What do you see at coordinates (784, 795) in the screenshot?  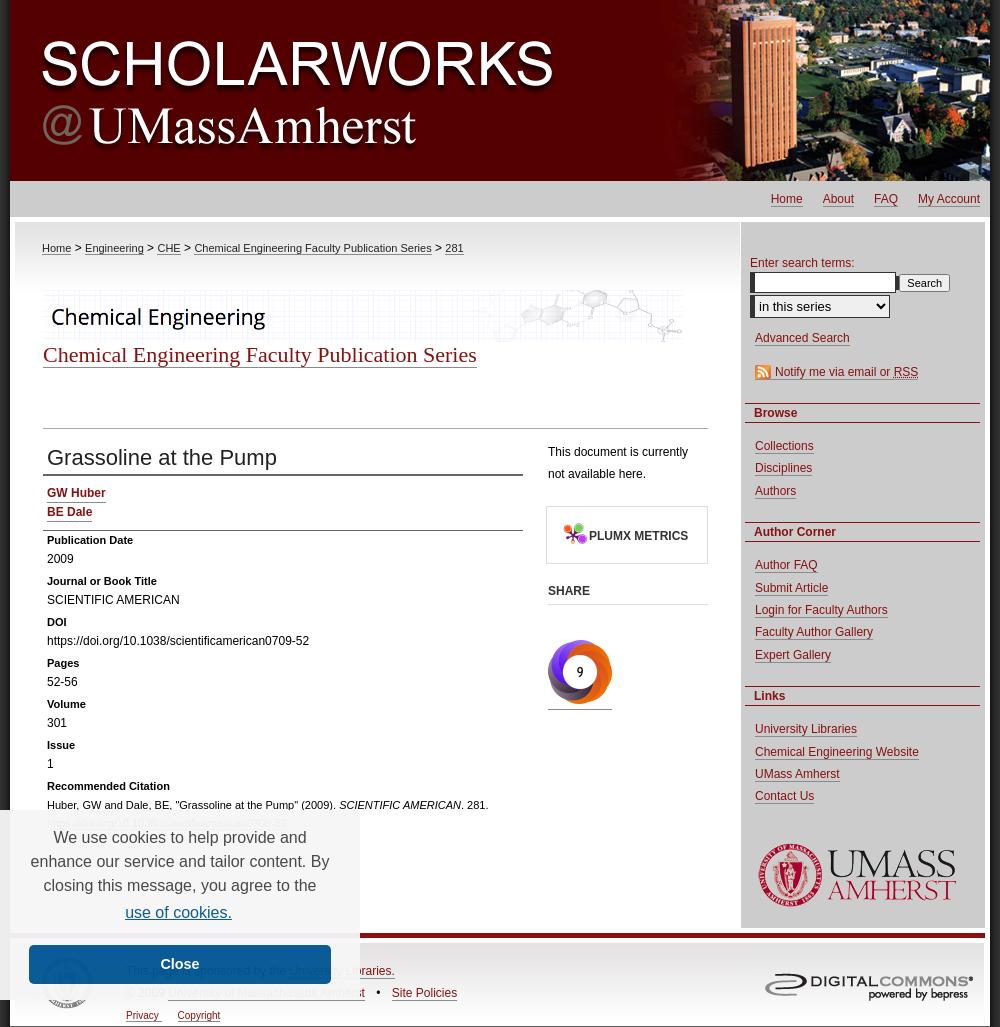 I see `'Contact Us'` at bounding box center [784, 795].